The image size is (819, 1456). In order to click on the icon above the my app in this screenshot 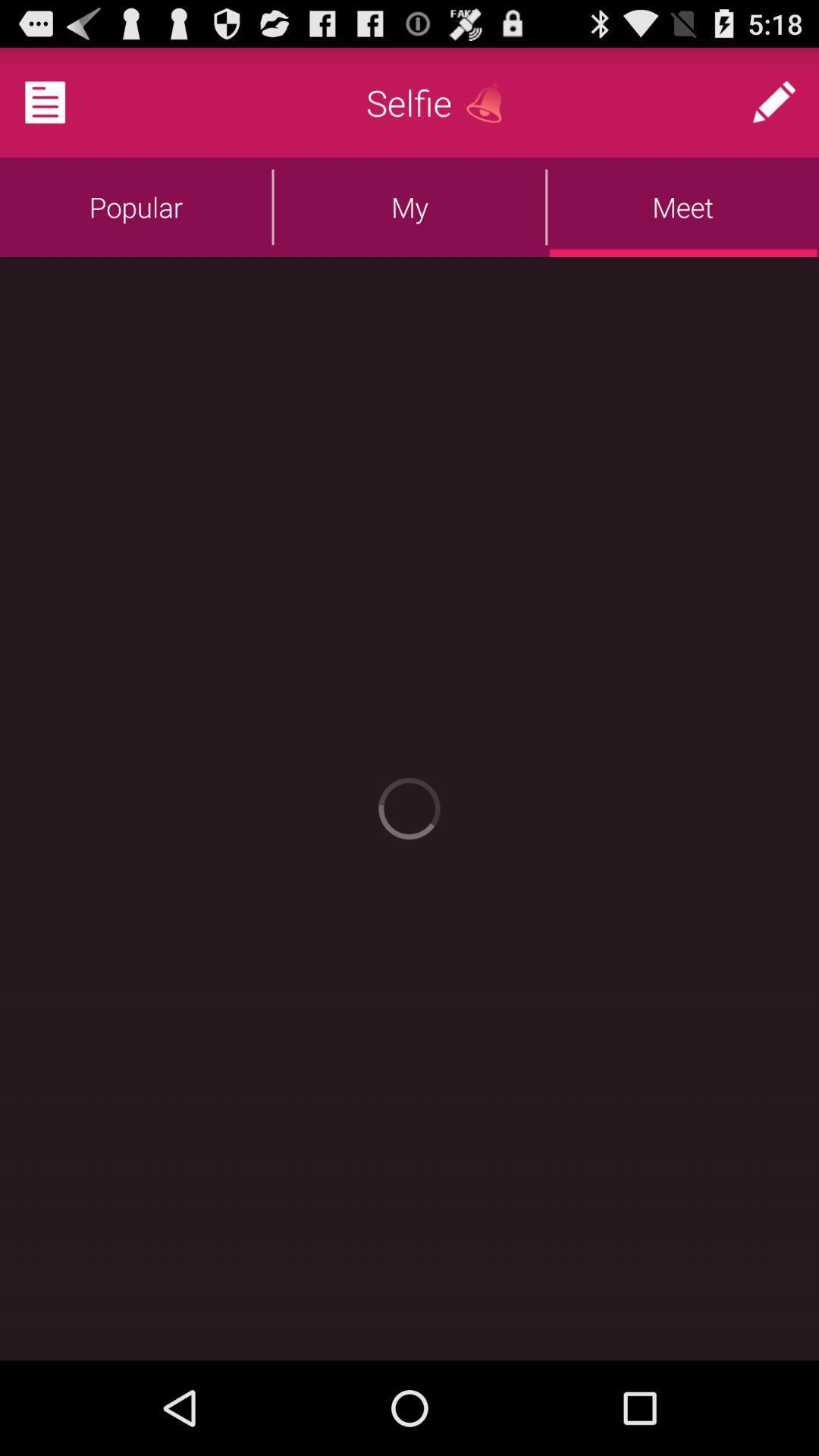, I will do `click(490, 102)`.